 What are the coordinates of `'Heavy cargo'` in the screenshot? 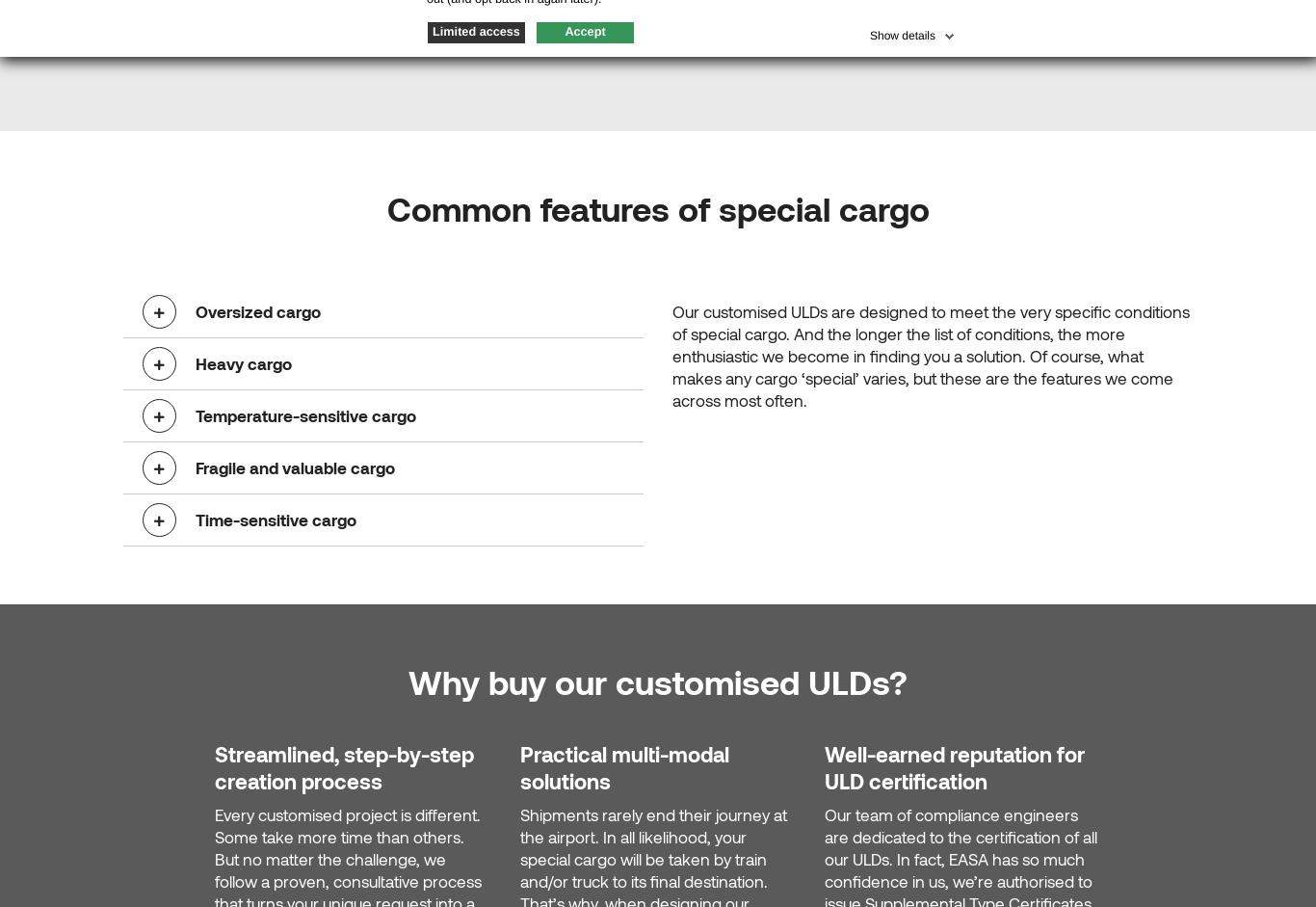 It's located at (243, 362).